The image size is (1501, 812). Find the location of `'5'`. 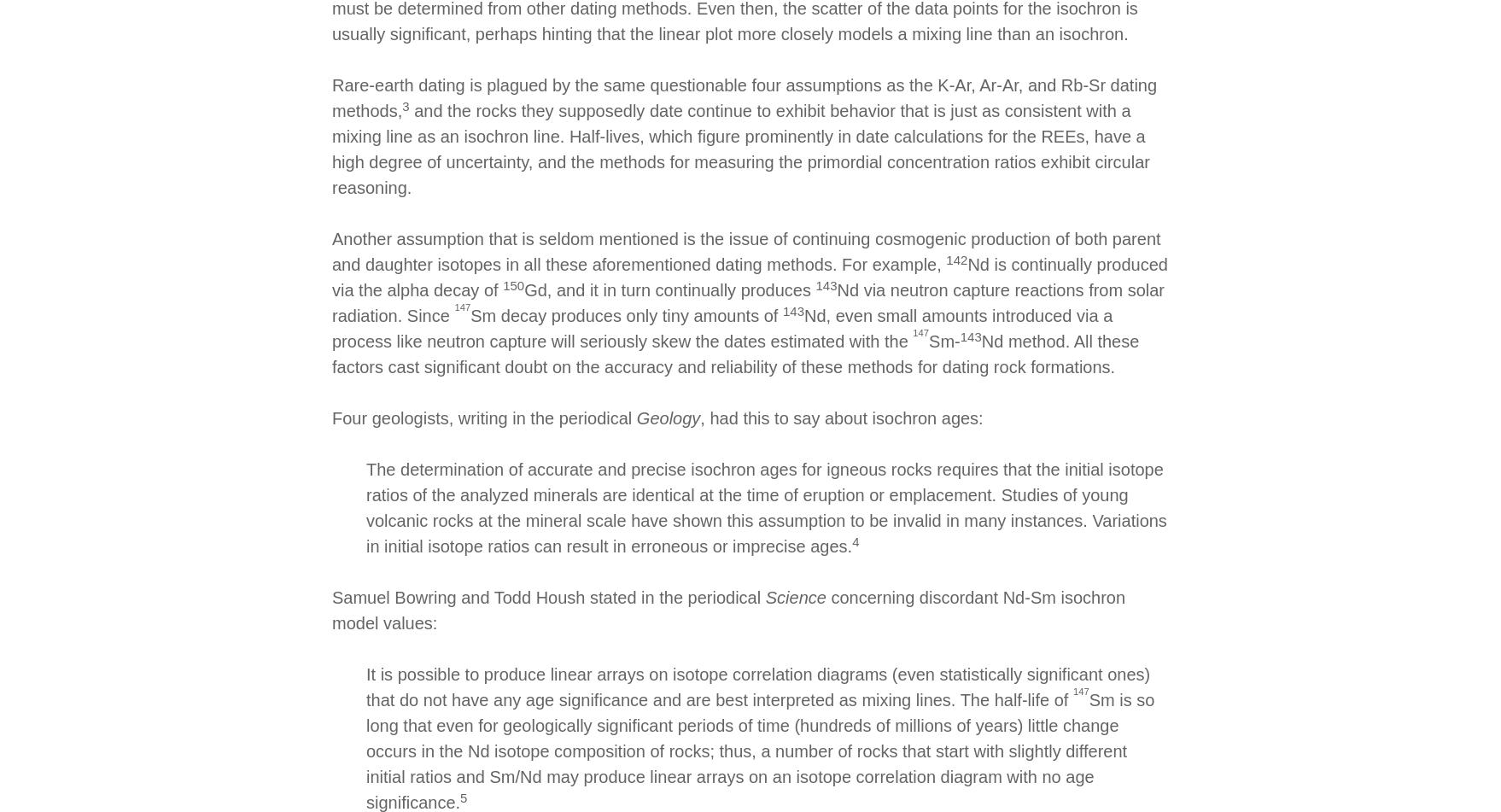

'5' is located at coordinates (459, 796).